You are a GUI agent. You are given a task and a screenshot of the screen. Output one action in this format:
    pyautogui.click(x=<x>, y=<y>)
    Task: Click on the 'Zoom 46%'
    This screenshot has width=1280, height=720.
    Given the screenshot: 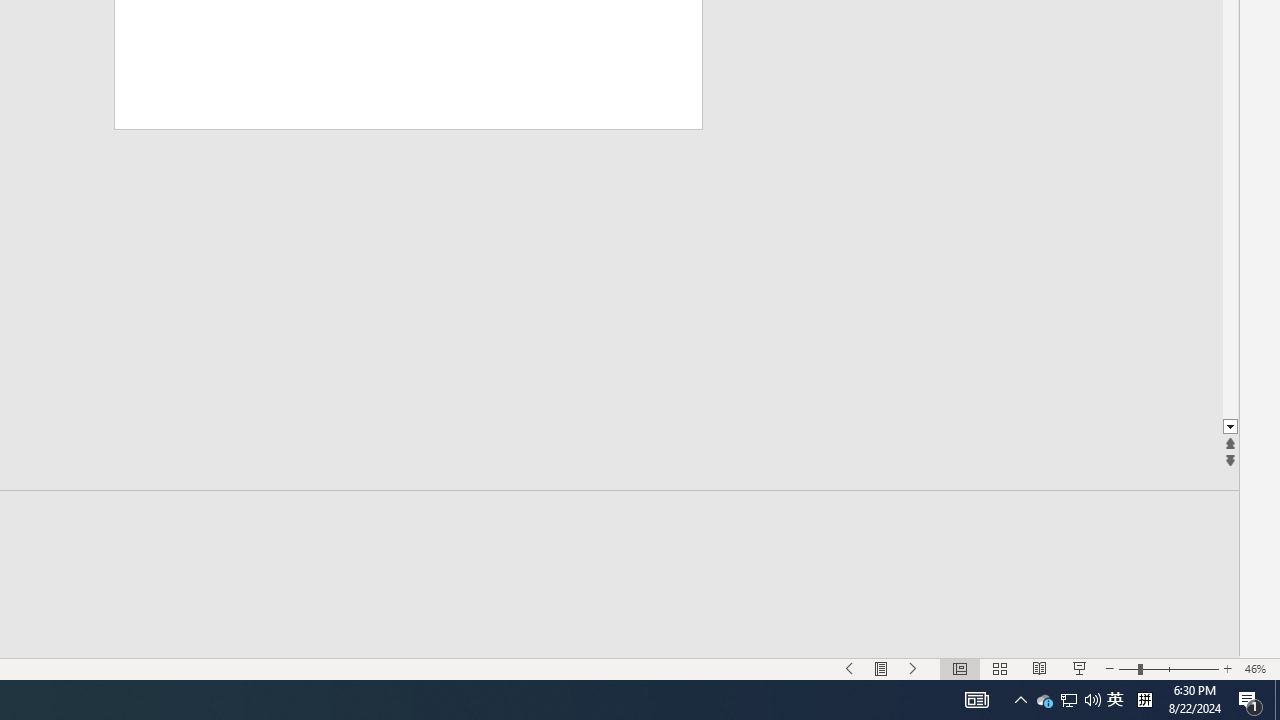 What is the action you would take?
    pyautogui.click(x=1257, y=669)
    